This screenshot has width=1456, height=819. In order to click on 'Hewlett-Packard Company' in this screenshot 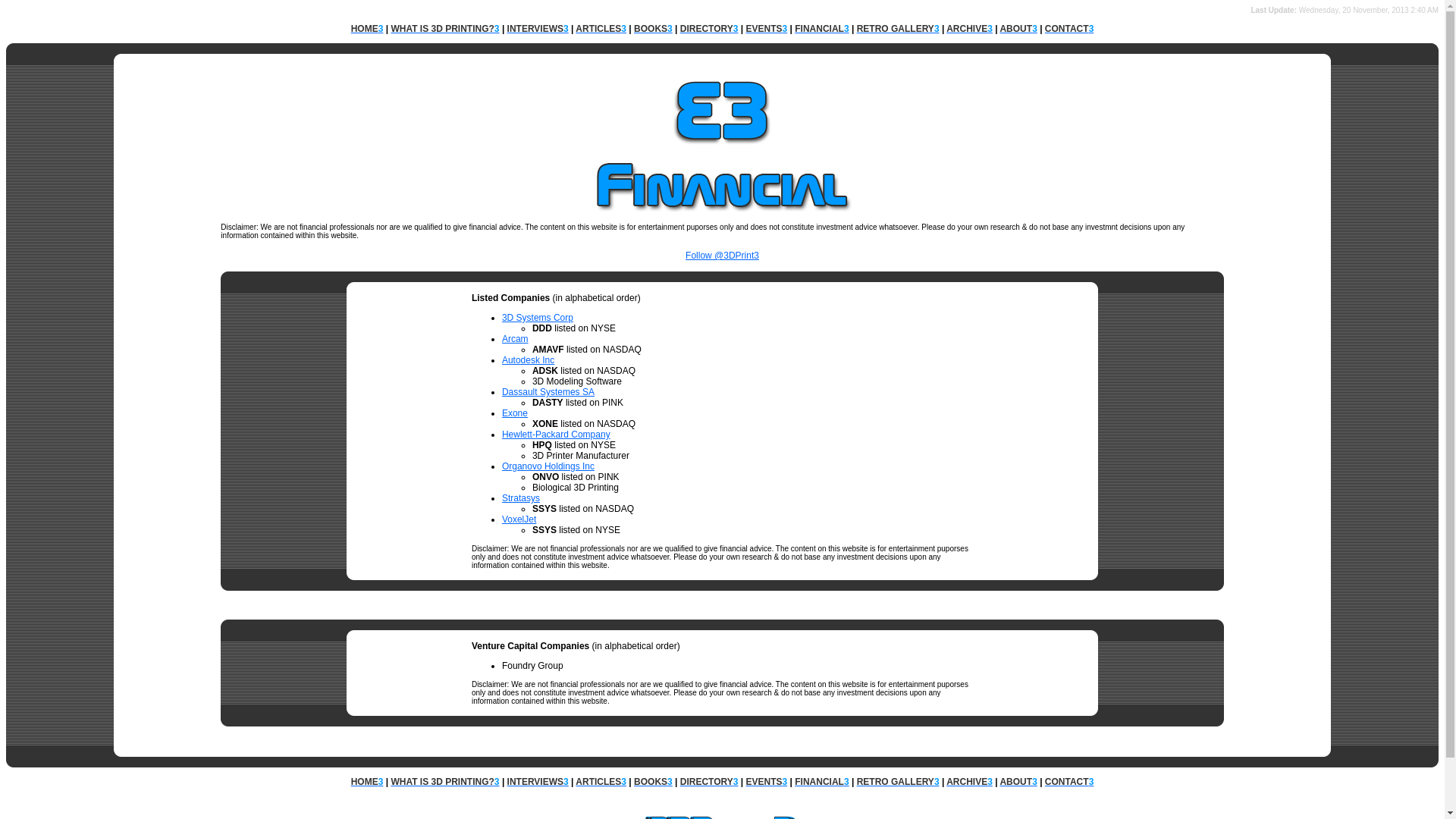, I will do `click(555, 435)`.